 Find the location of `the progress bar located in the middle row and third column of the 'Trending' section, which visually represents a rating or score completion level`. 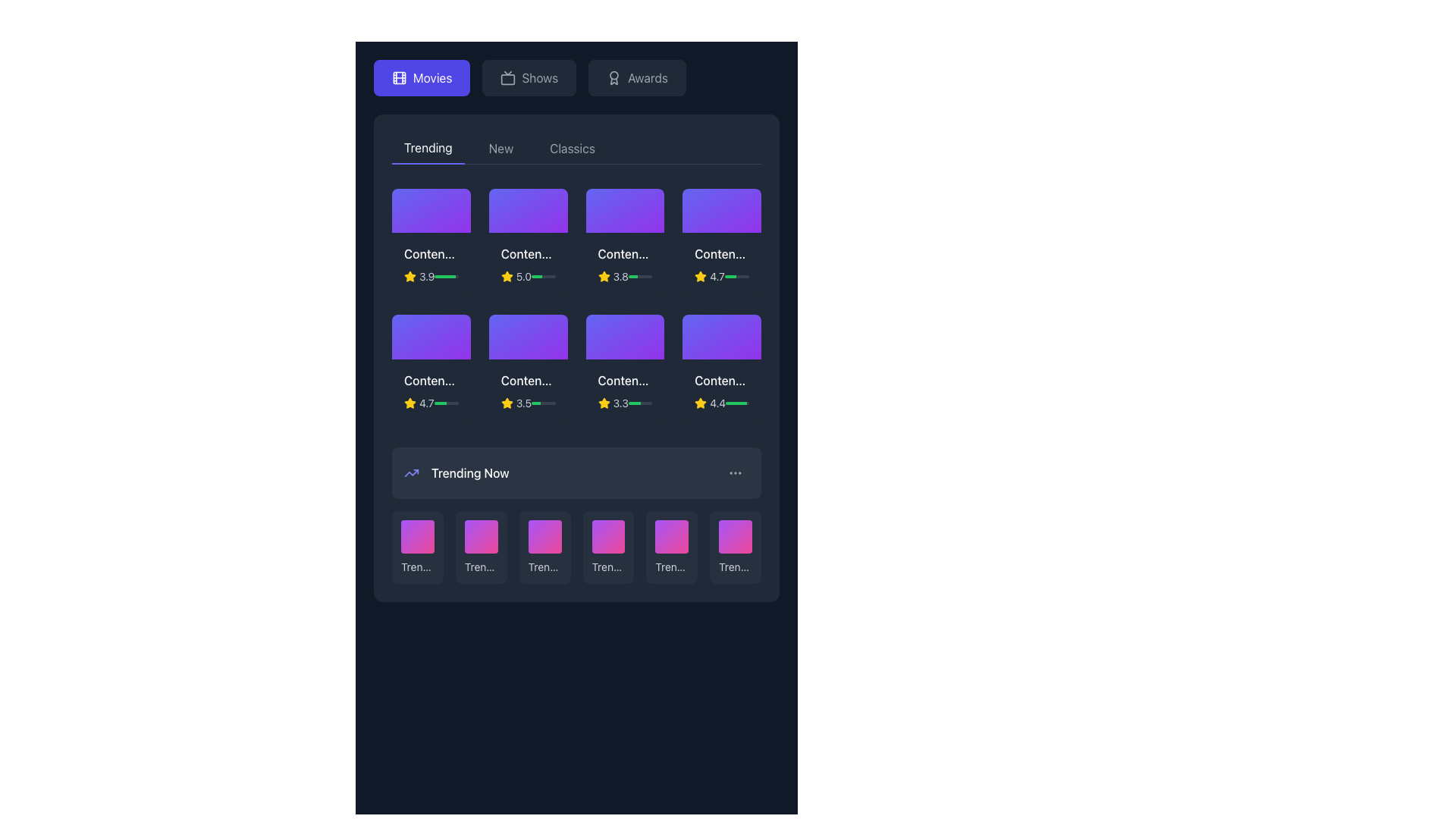

the progress bar located in the middle row and third column of the 'Trending' section, which visually represents a rating or score completion level is located at coordinates (543, 402).